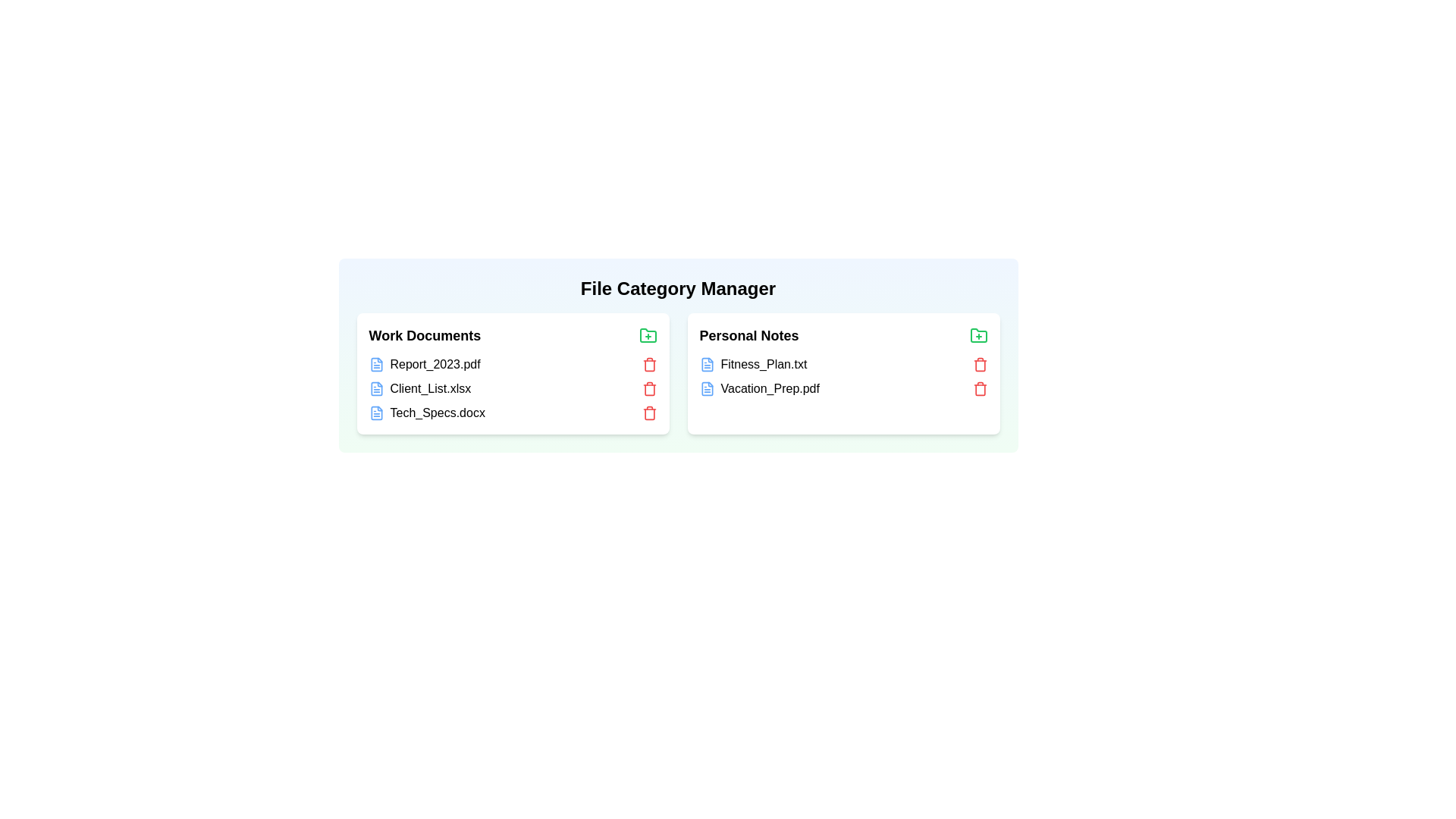  I want to click on the category card labeled 'Personal Notes' to highlight it, so click(843, 374).